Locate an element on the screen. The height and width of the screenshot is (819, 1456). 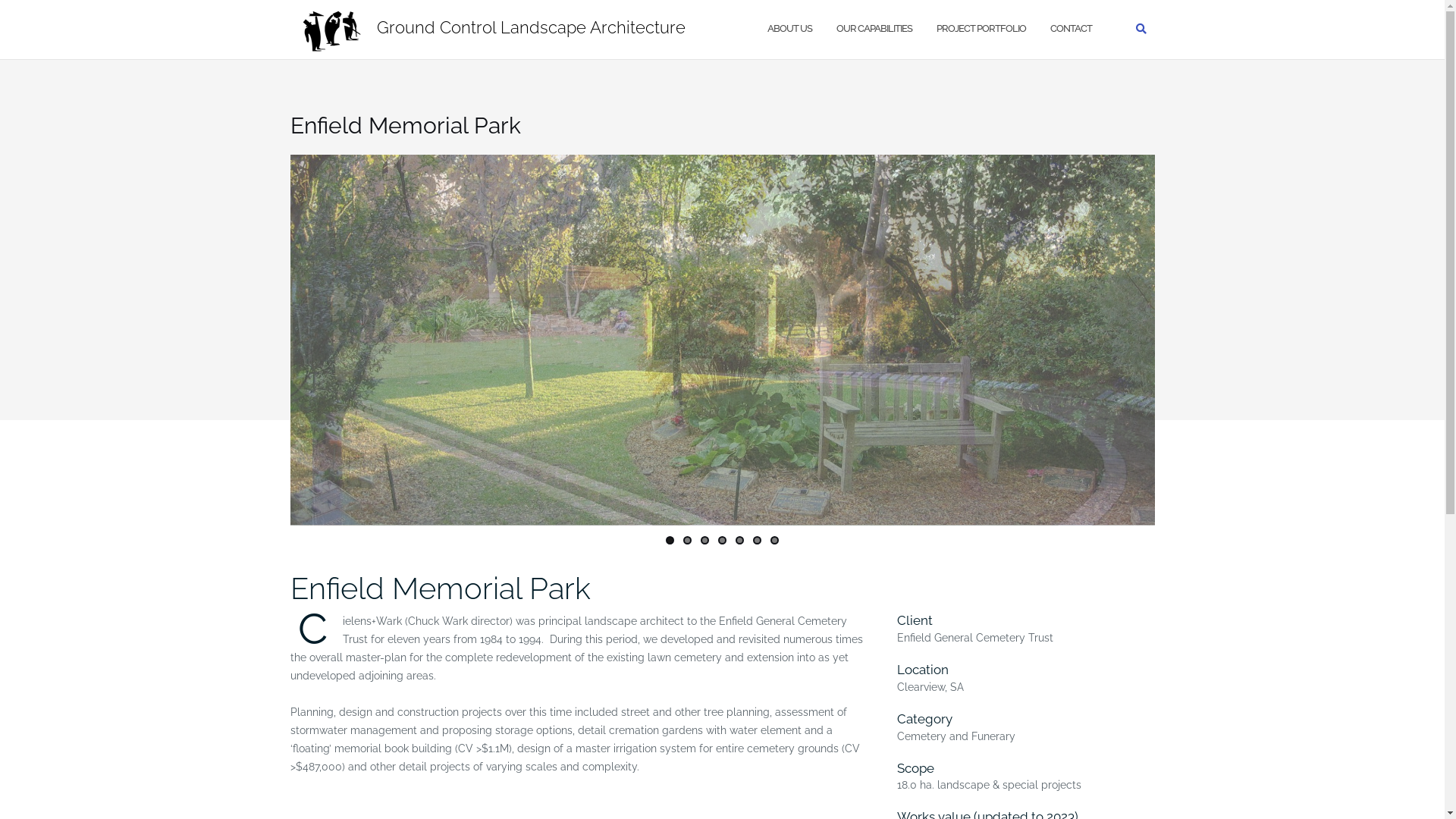
'5' is located at coordinates (739, 539).